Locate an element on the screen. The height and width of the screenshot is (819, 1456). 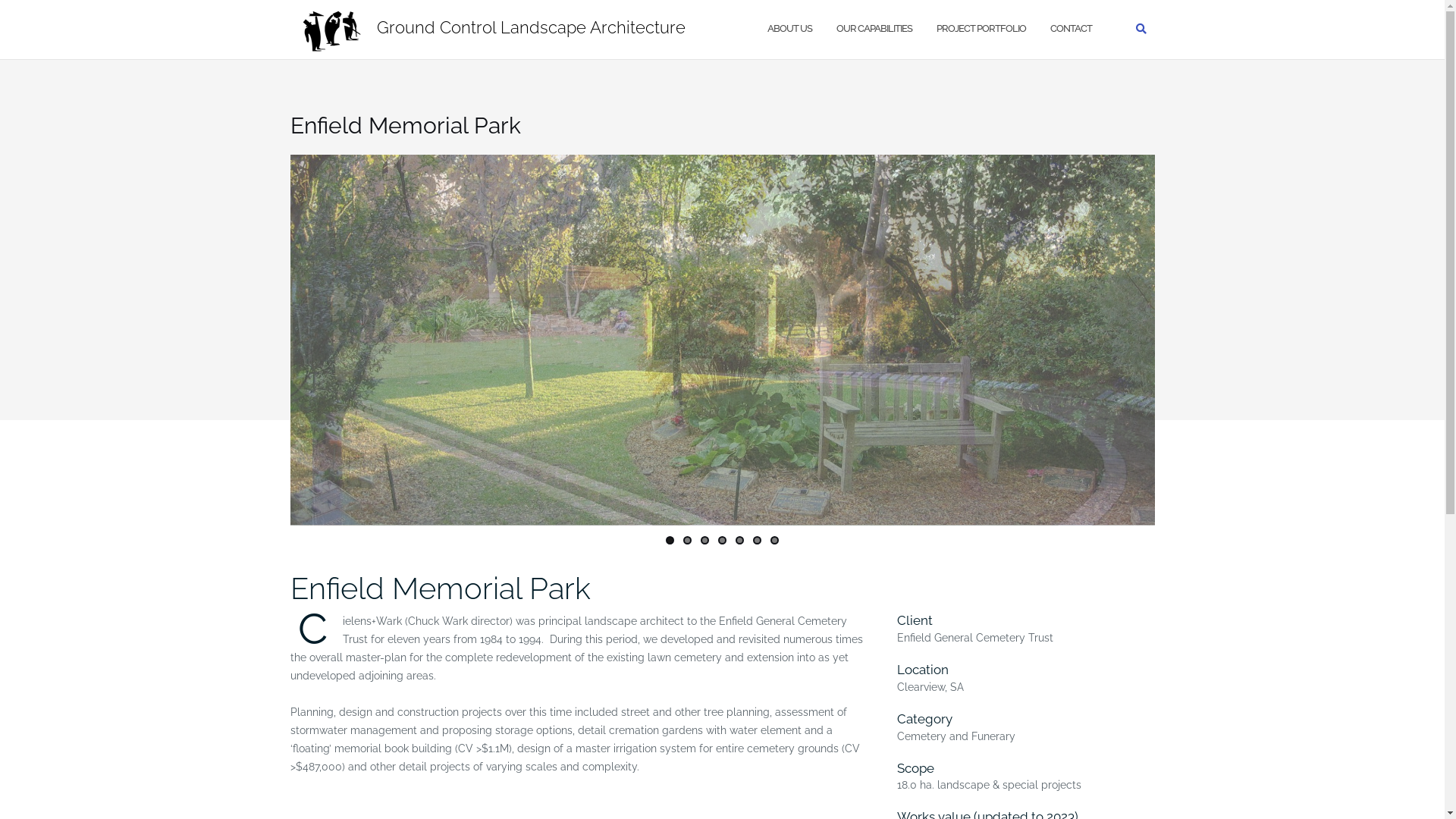
'5' is located at coordinates (739, 539).